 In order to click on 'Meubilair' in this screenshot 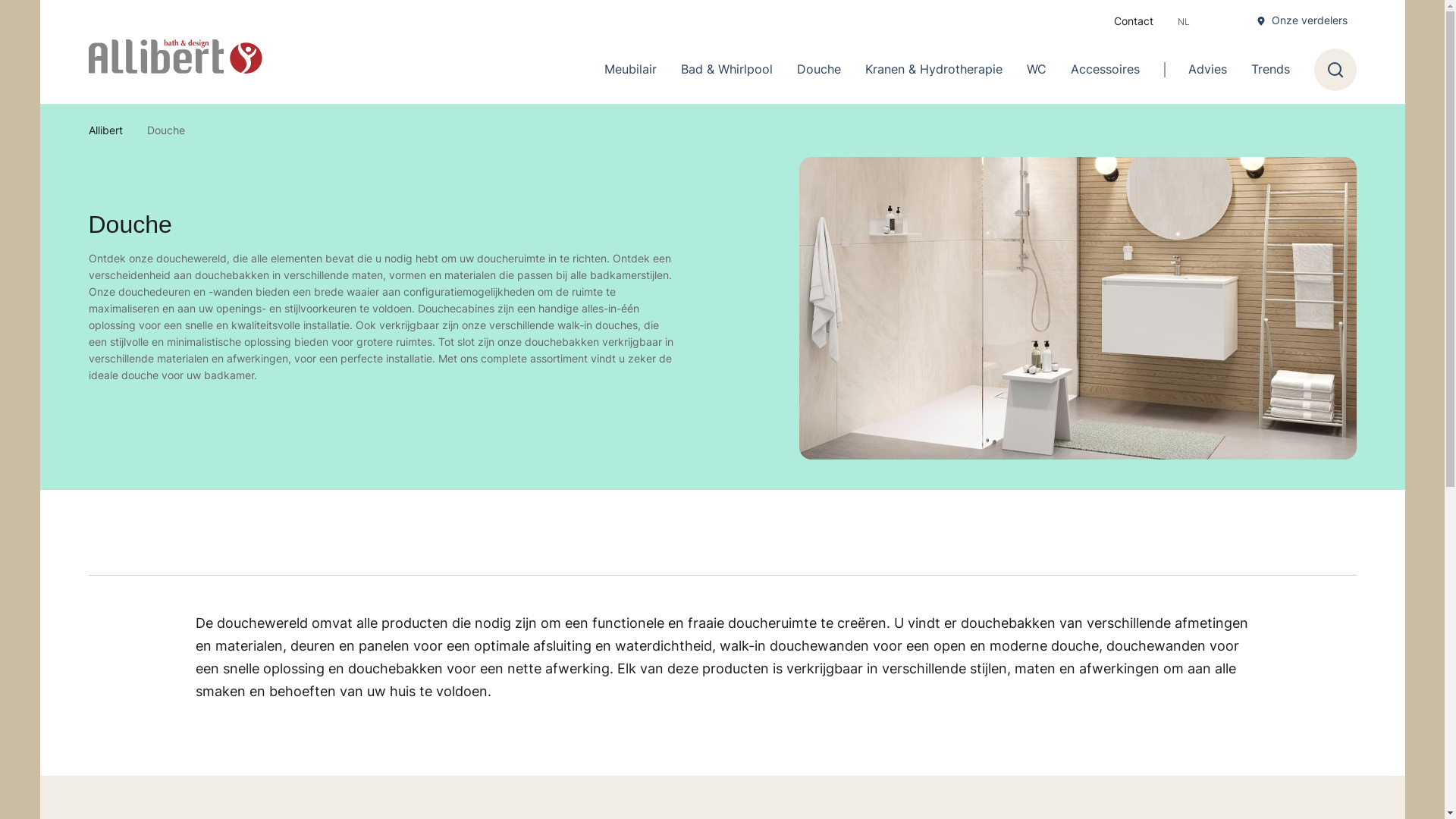, I will do `click(629, 69)`.